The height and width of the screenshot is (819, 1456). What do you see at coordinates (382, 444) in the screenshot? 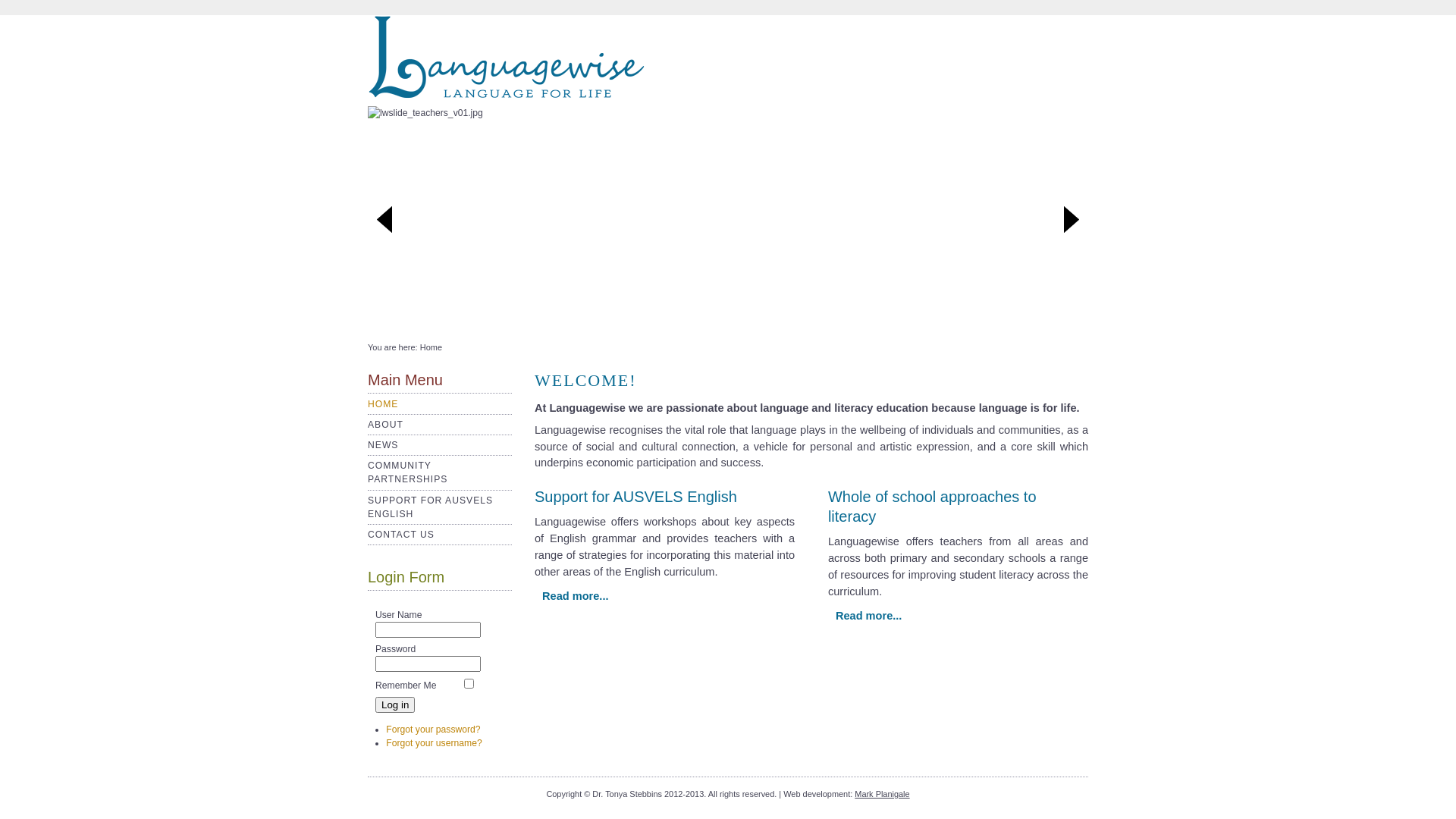
I see `'NEWS'` at bounding box center [382, 444].